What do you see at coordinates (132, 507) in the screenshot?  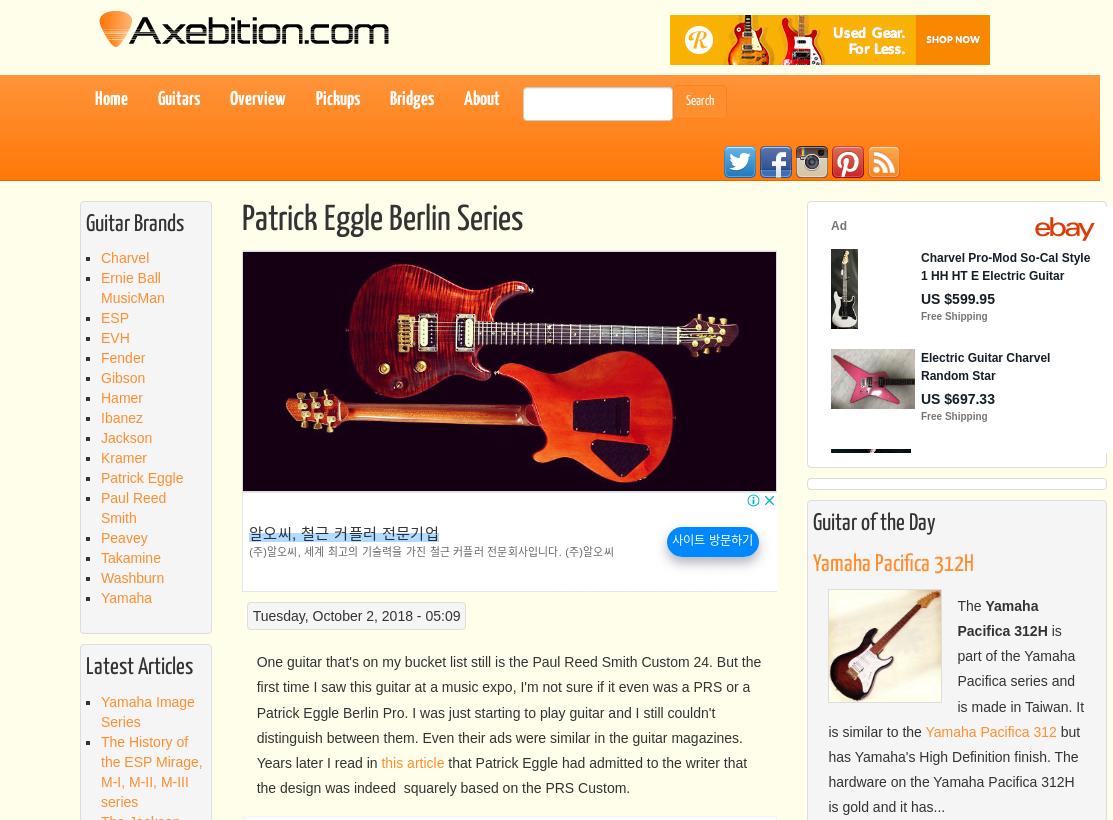 I see `'Paul Reed Smith'` at bounding box center [132, 507].